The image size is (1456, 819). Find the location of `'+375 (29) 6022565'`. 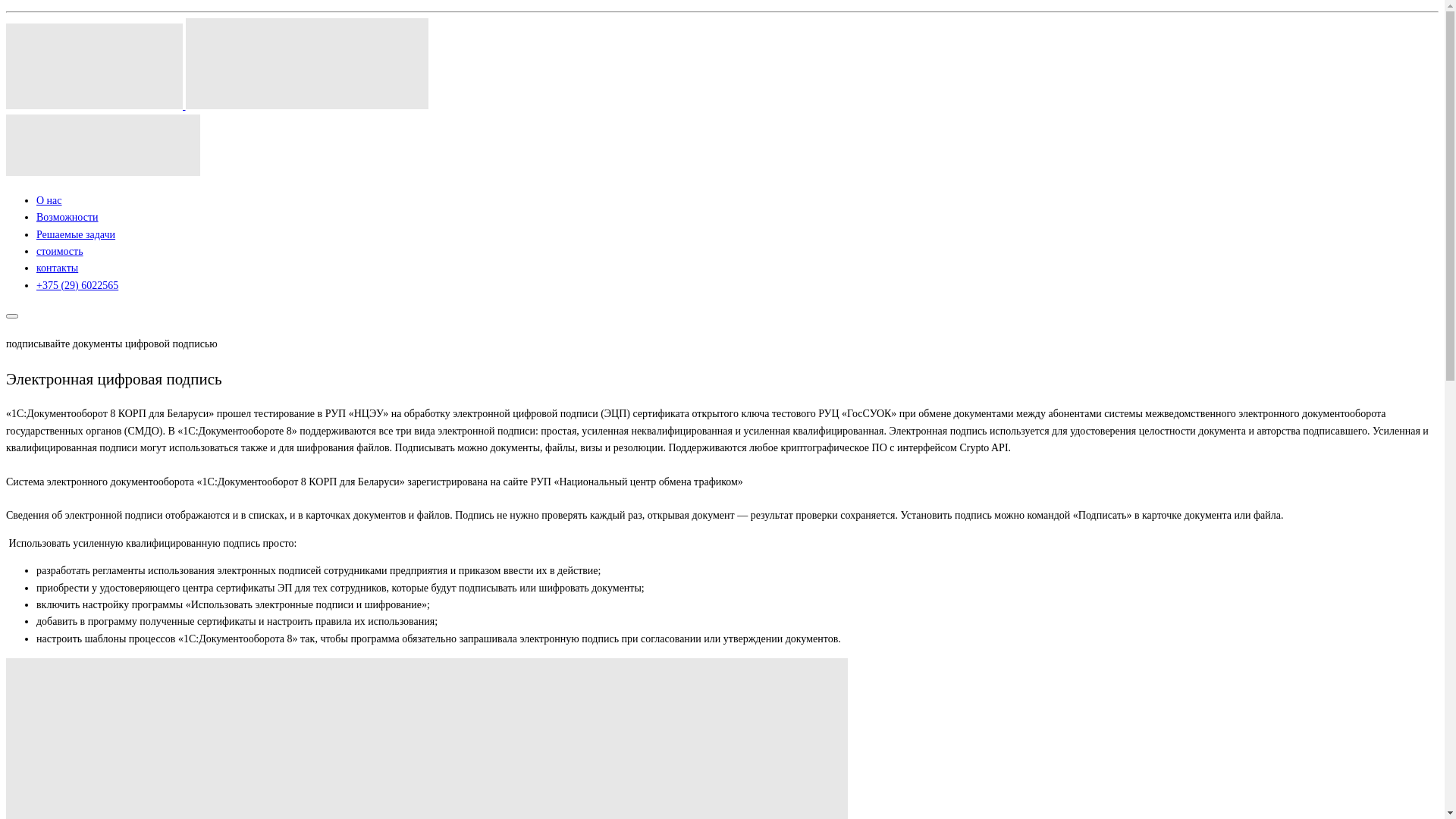

'+375 (29) 6022565' is located at coordinates (76, 285).